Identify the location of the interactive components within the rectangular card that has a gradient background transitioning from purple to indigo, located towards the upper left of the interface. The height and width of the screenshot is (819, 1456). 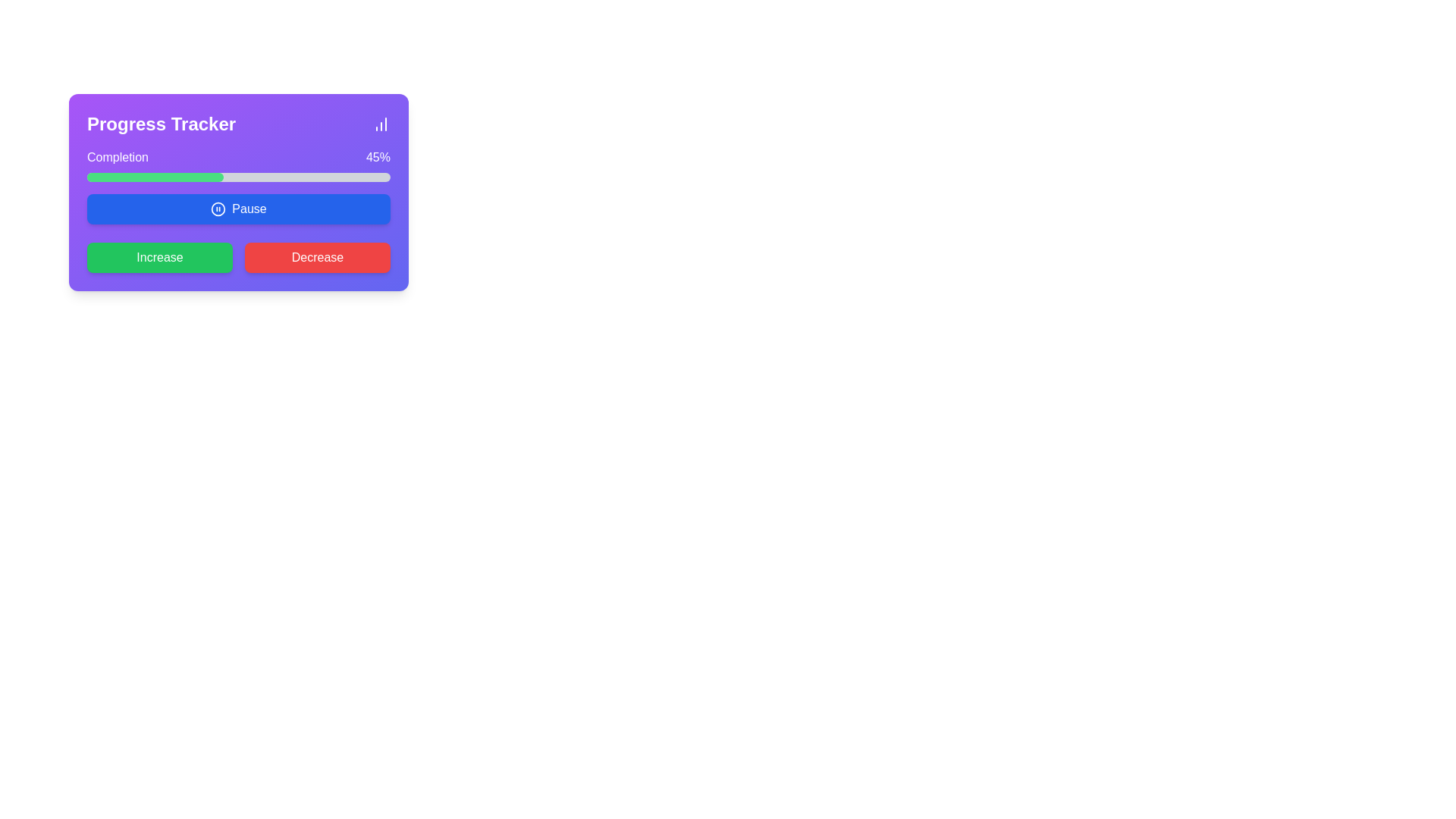
(238, 192).